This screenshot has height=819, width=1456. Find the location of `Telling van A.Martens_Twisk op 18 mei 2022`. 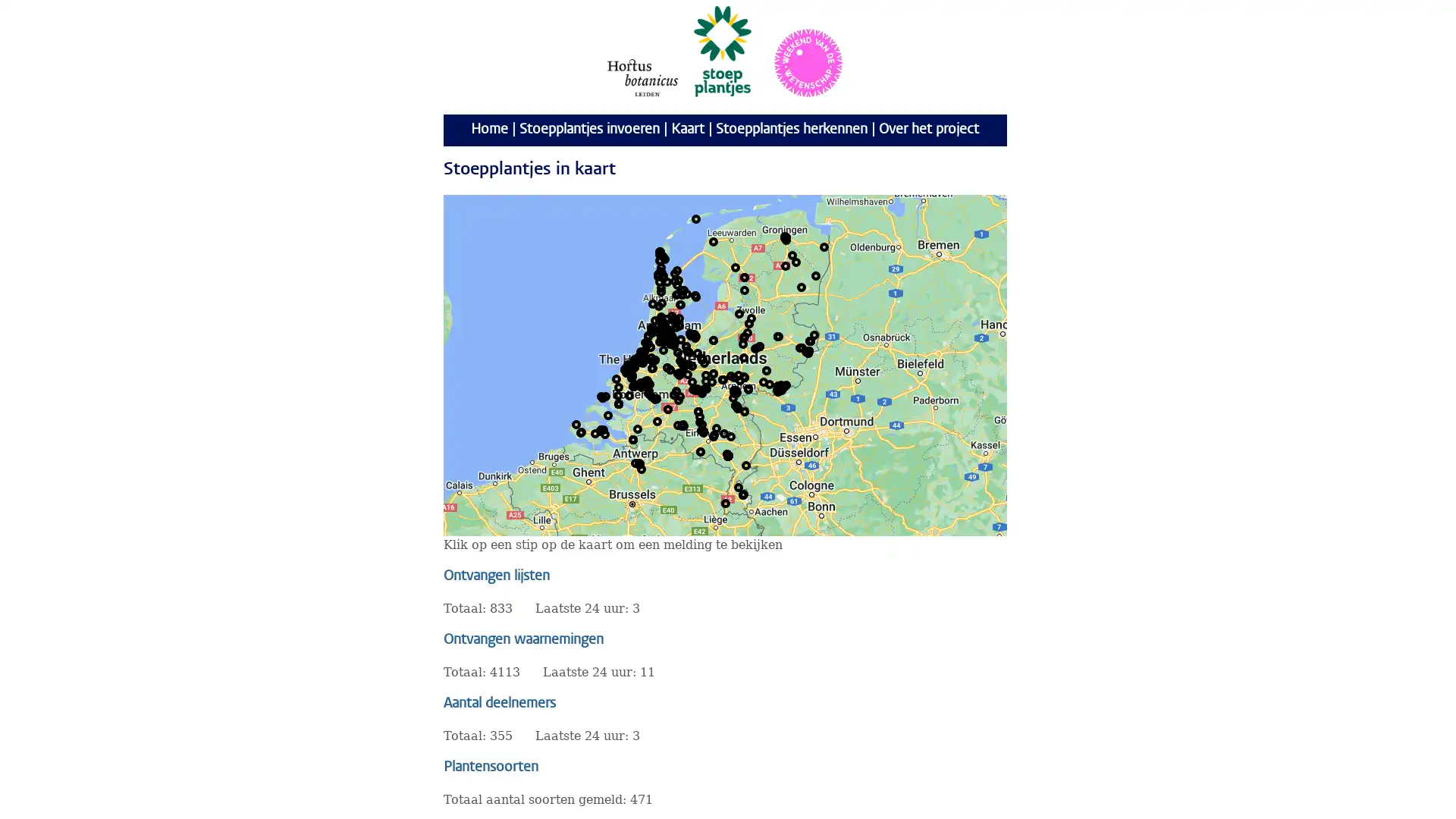

Telling van A.Martens_Twisk op 18 mei 2022 is located at coordinates (660, 318).